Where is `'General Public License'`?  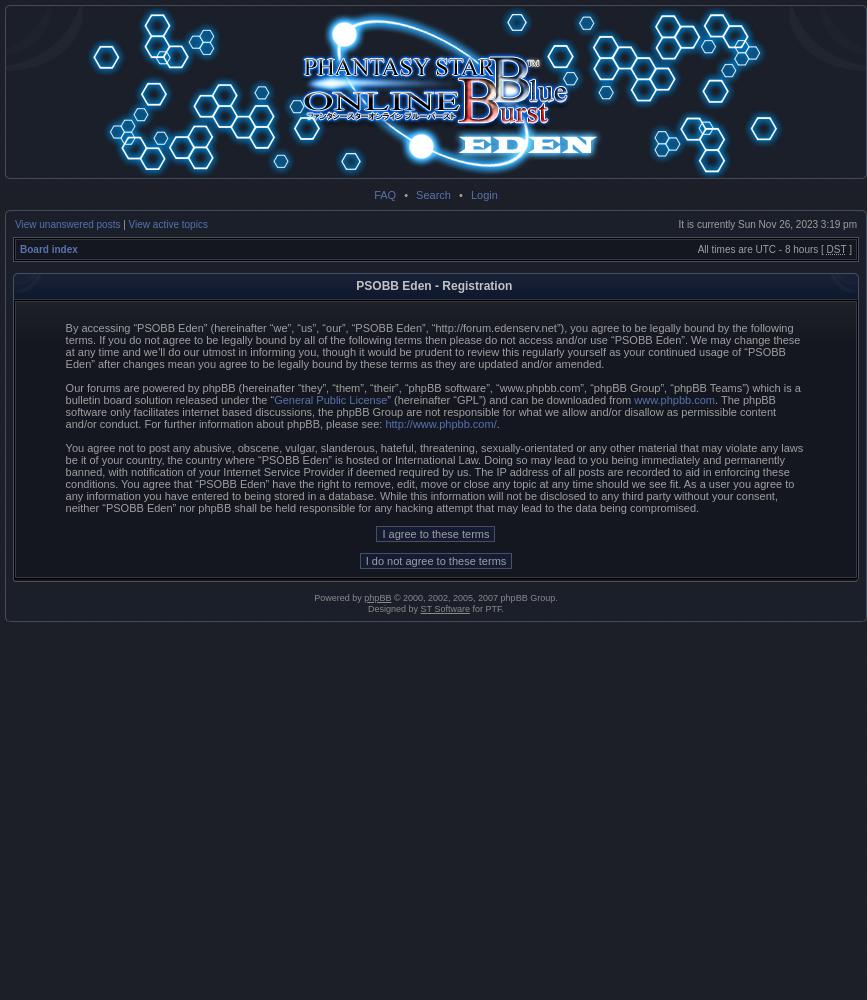 'General Public License' is located at coordinates (330, 400).